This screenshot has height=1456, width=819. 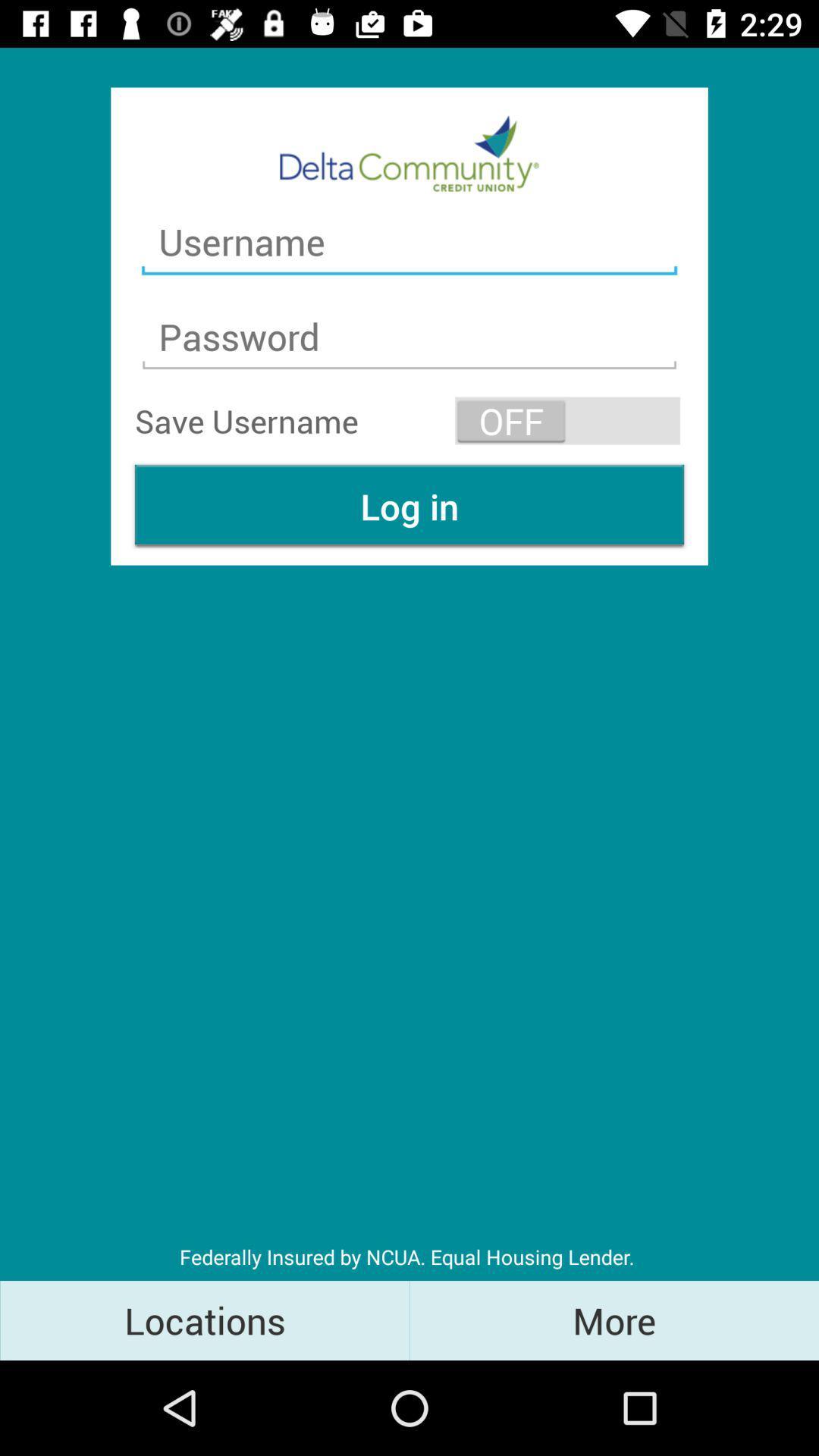 What do you see at coordinates (409, 506) in the screenshot?
I see `the log in icon` at bounding box center [409, 506].